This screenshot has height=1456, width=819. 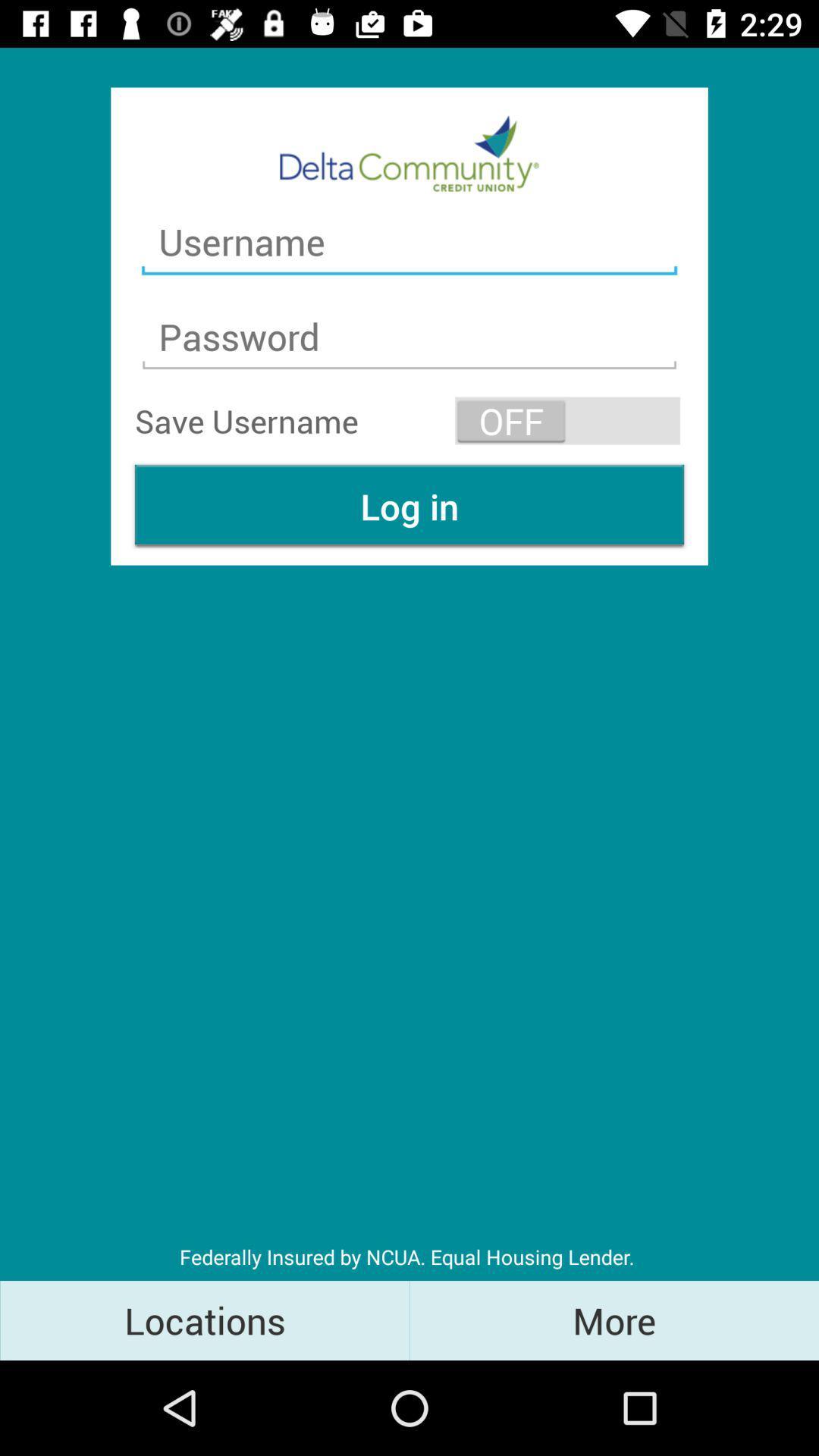 What do you see at coordinates (409, 506) in the screenshot?
I see `the log in icon` at bounding box center [409, 506].